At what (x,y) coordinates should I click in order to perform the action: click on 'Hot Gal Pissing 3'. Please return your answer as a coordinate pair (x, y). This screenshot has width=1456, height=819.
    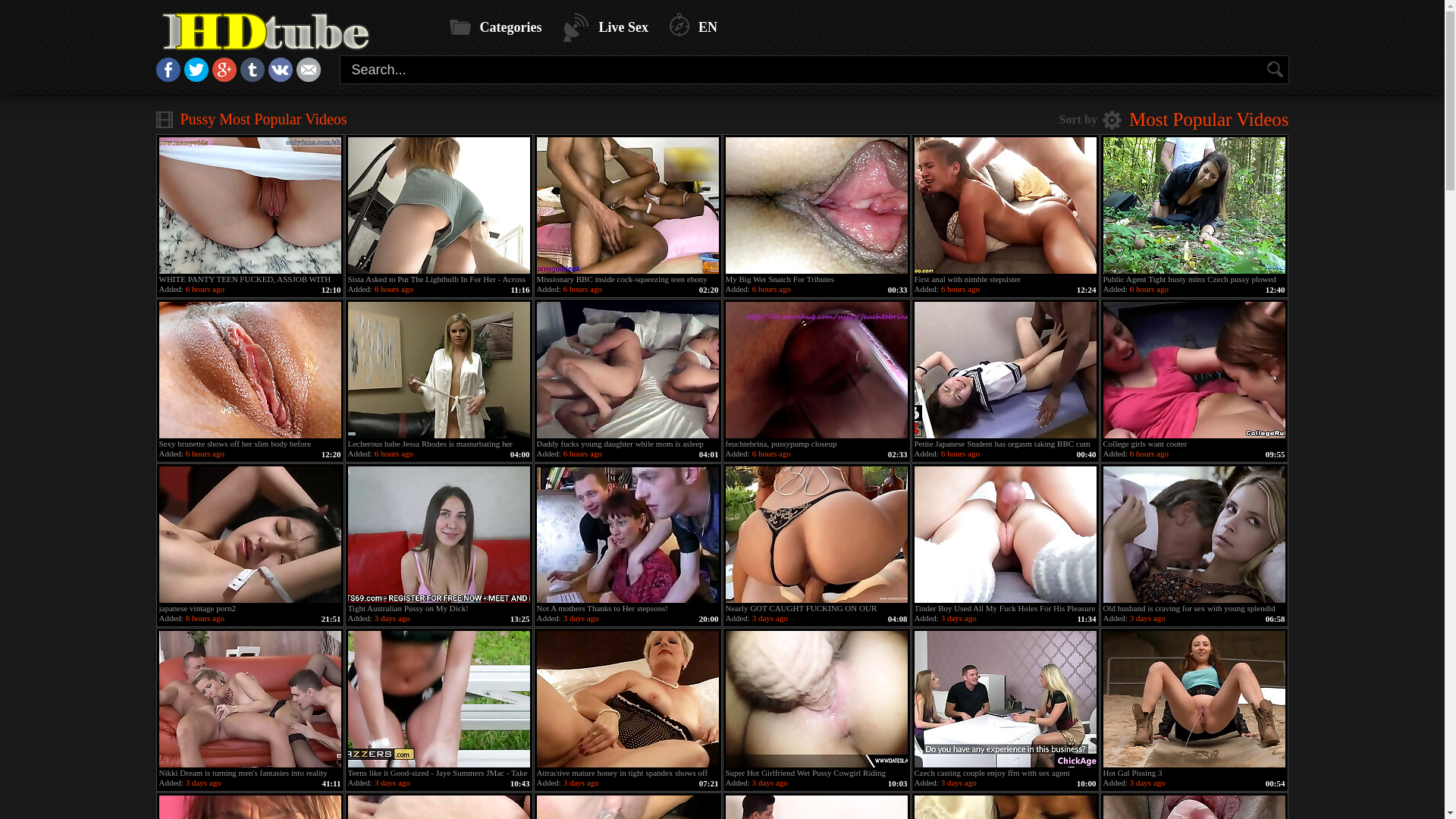
    Looking at the image, I should click on (1193, 698).